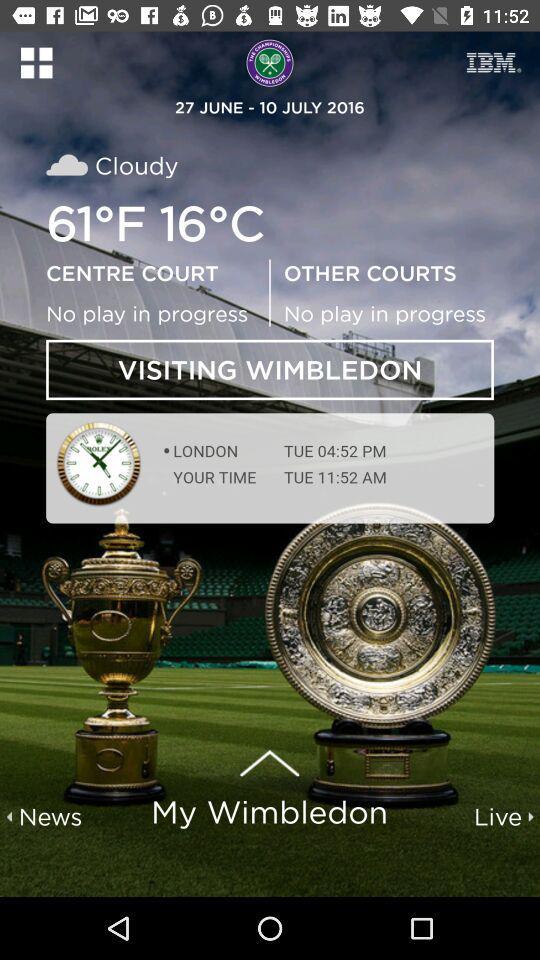 This screenshot has height=960, width=540. What do you see at coordinates (493, 62) in the screenshot?
I see `the sliders icon` at bounding box center [493, 62].